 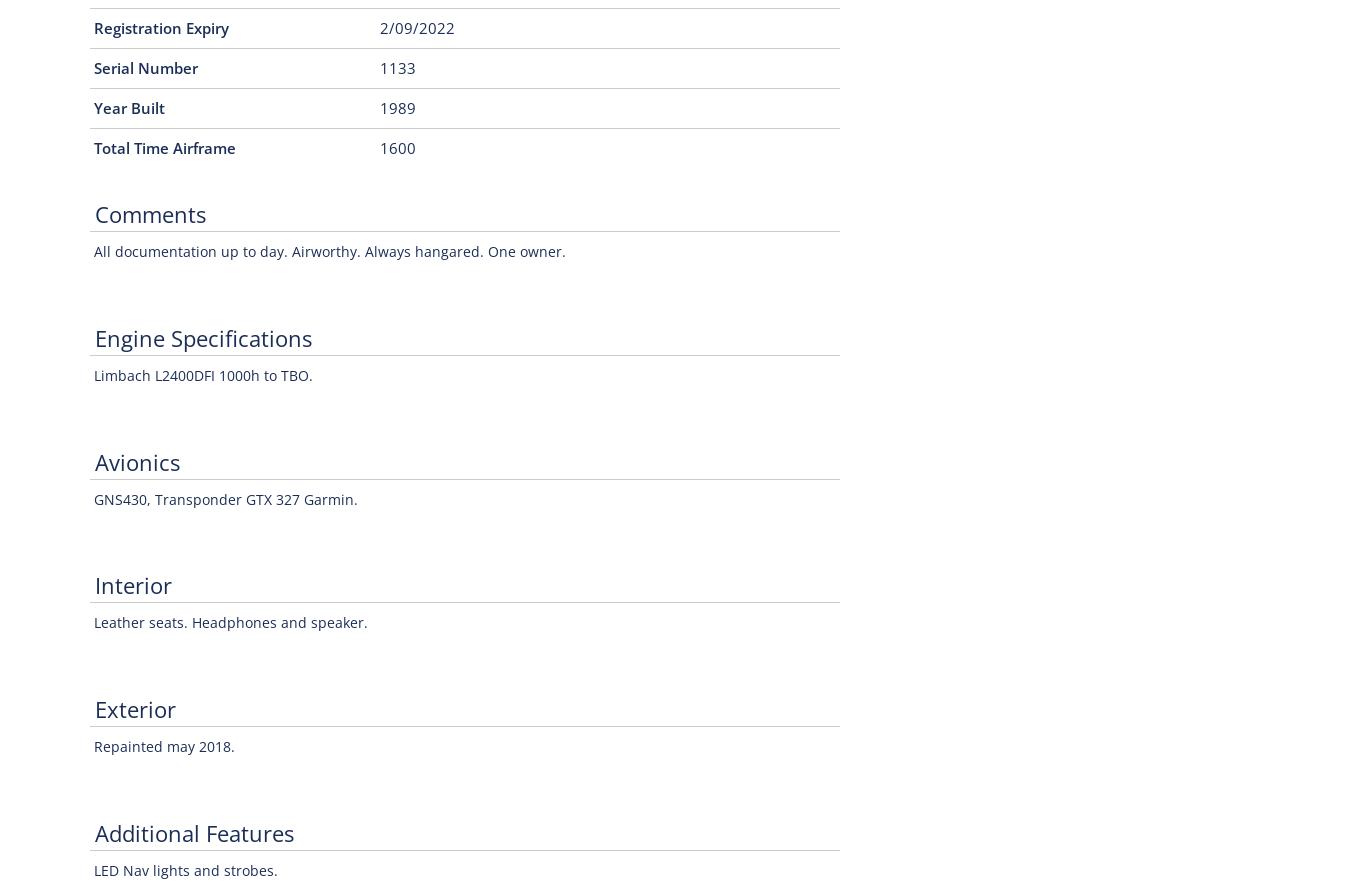 What do you see at coordinates (194, 830) in the screenshot?
I see `'Additional Features'` at bounding box center [194, 830].